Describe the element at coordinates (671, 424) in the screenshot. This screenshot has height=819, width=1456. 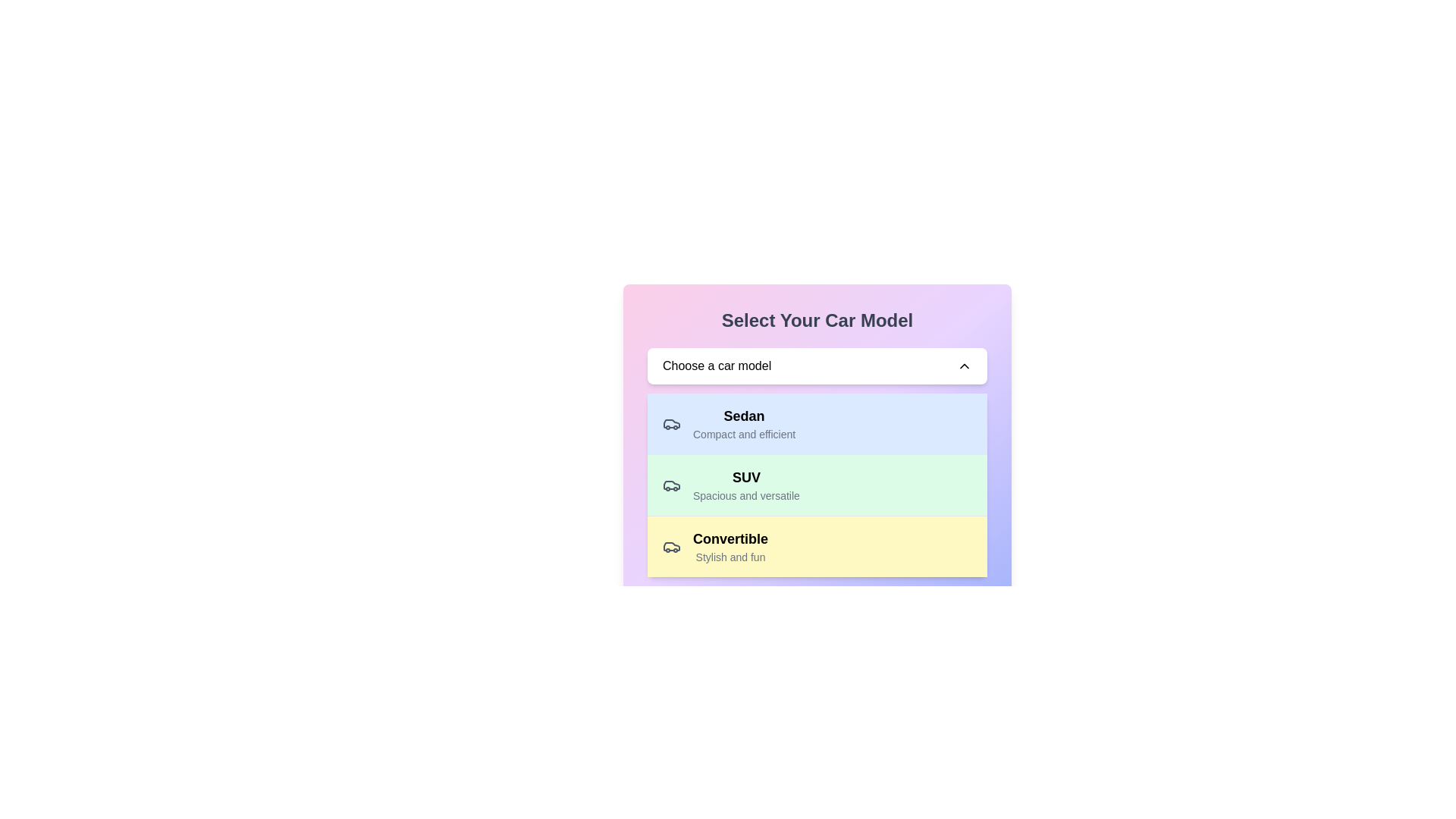
I see `the minimalist outline car icon` at that location.